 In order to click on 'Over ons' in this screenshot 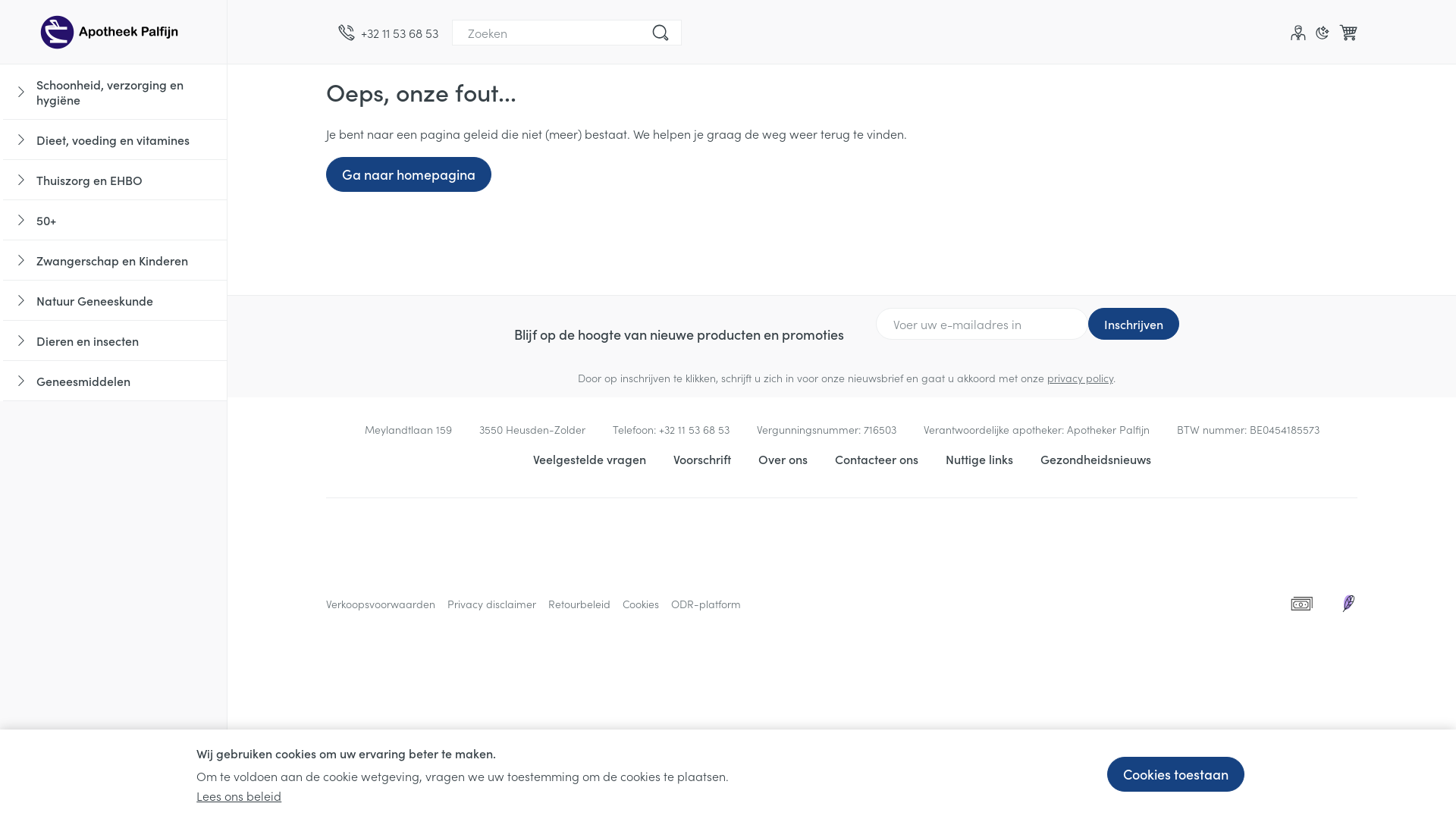, I will do `click(783, 458)`.